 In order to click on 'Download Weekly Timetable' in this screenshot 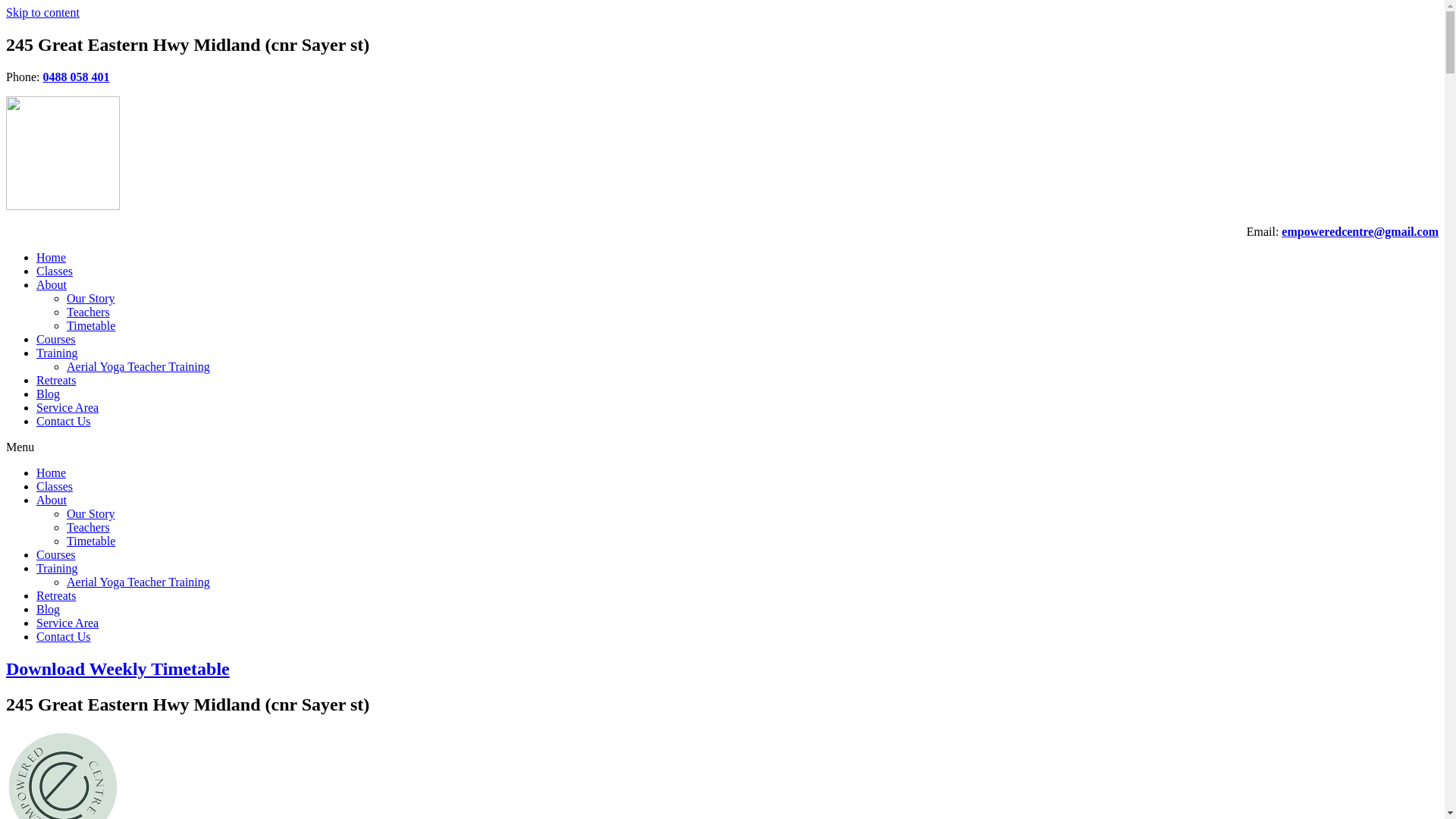, I will do `click(117, 668)`.